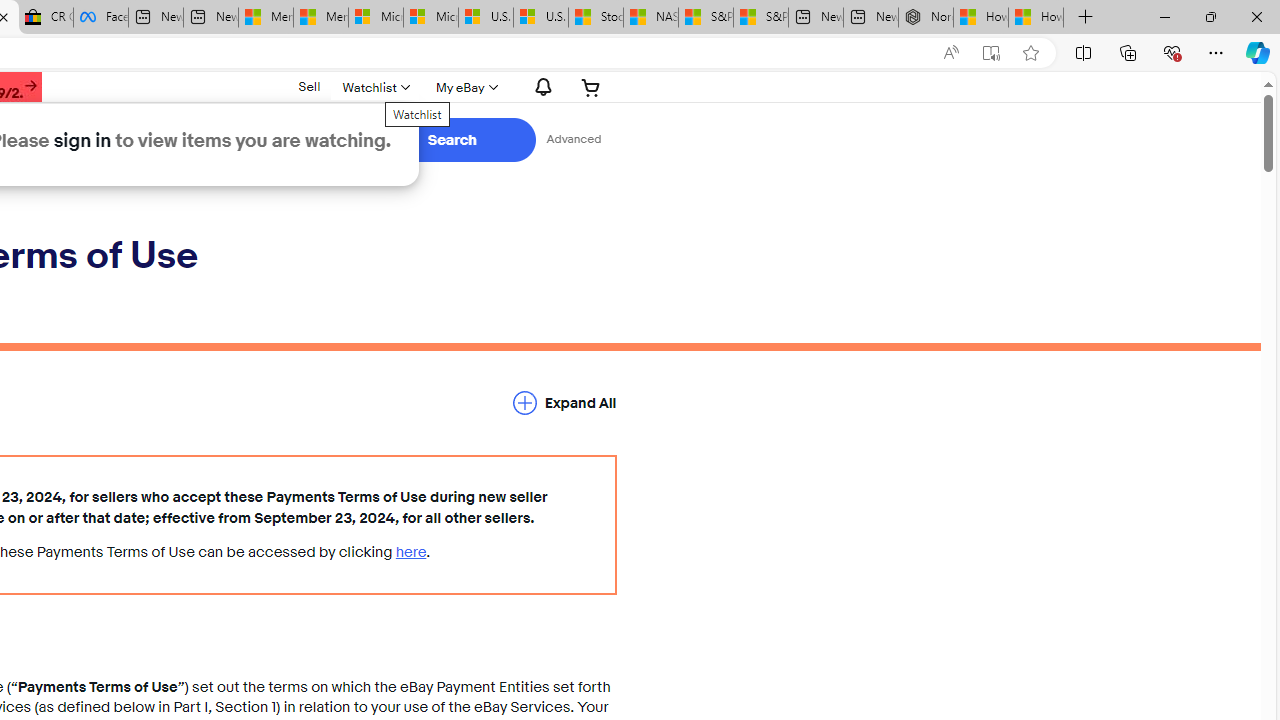 This screenshot has height=720, width=1280. I want to click on 'AutomationID: gh-eb-Alerts', so click(540, 86).